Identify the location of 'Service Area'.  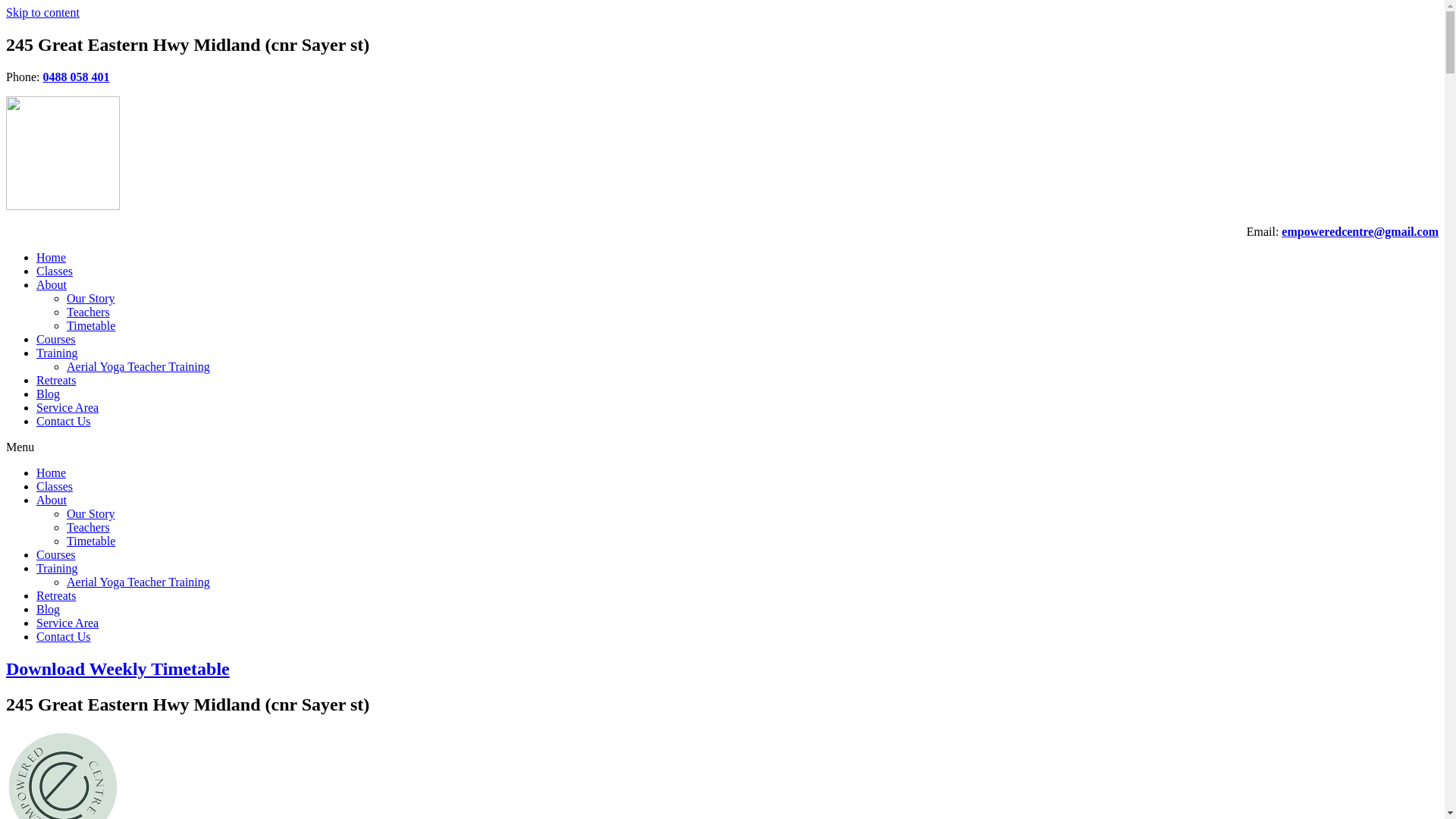
(36, 623).